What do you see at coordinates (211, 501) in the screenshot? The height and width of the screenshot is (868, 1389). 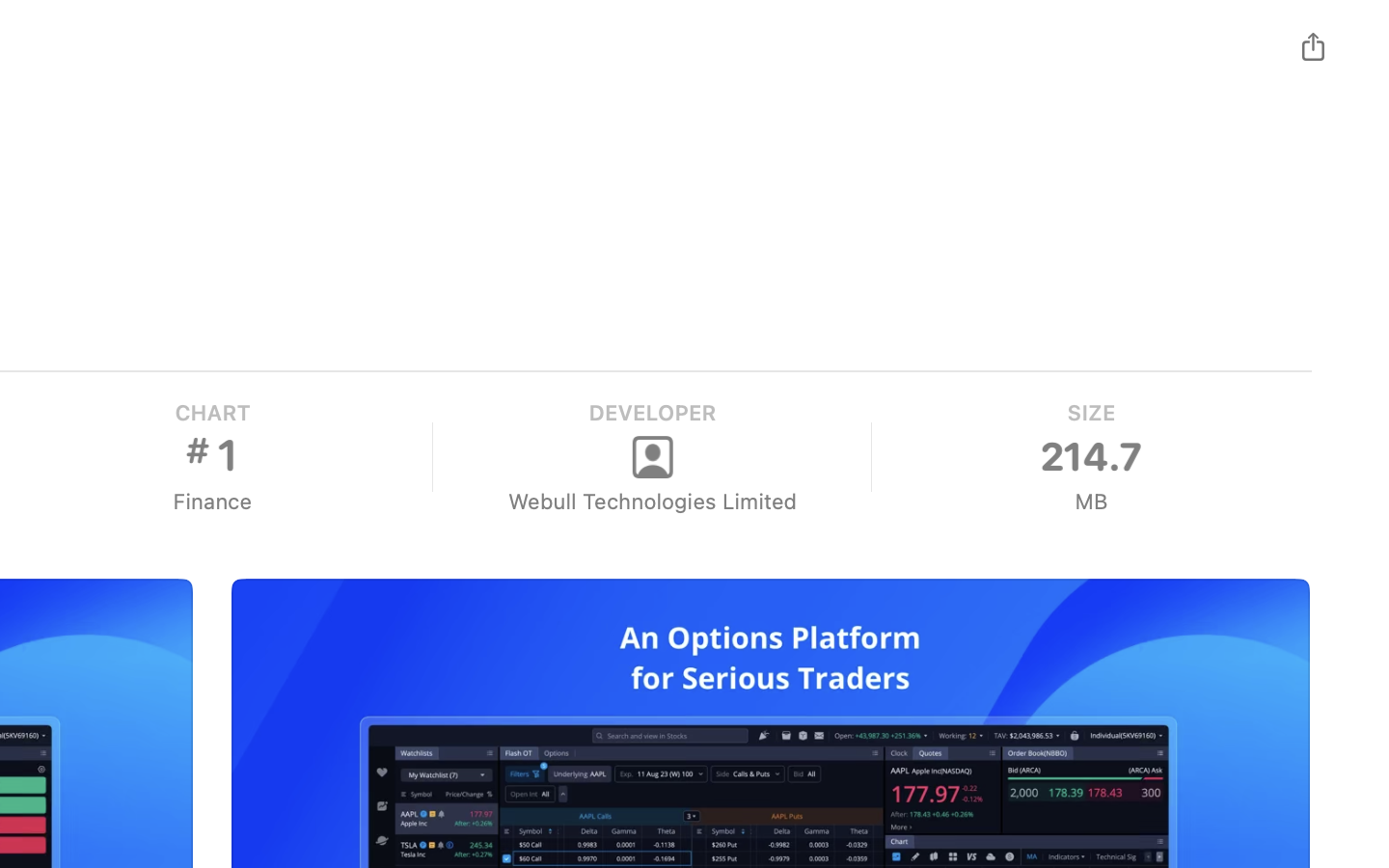 I see `'Finance'` at bounding box center [211, 501].